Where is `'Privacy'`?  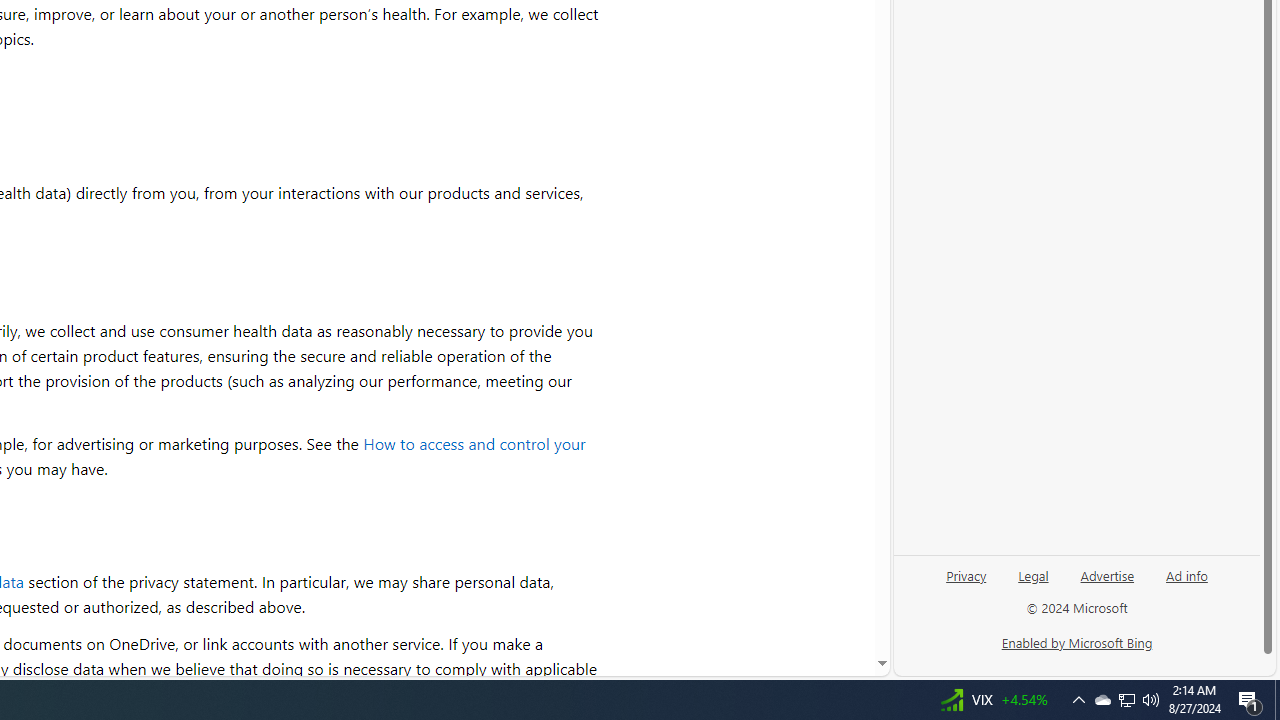
'Privacy' is located at coordinates (966, 574).